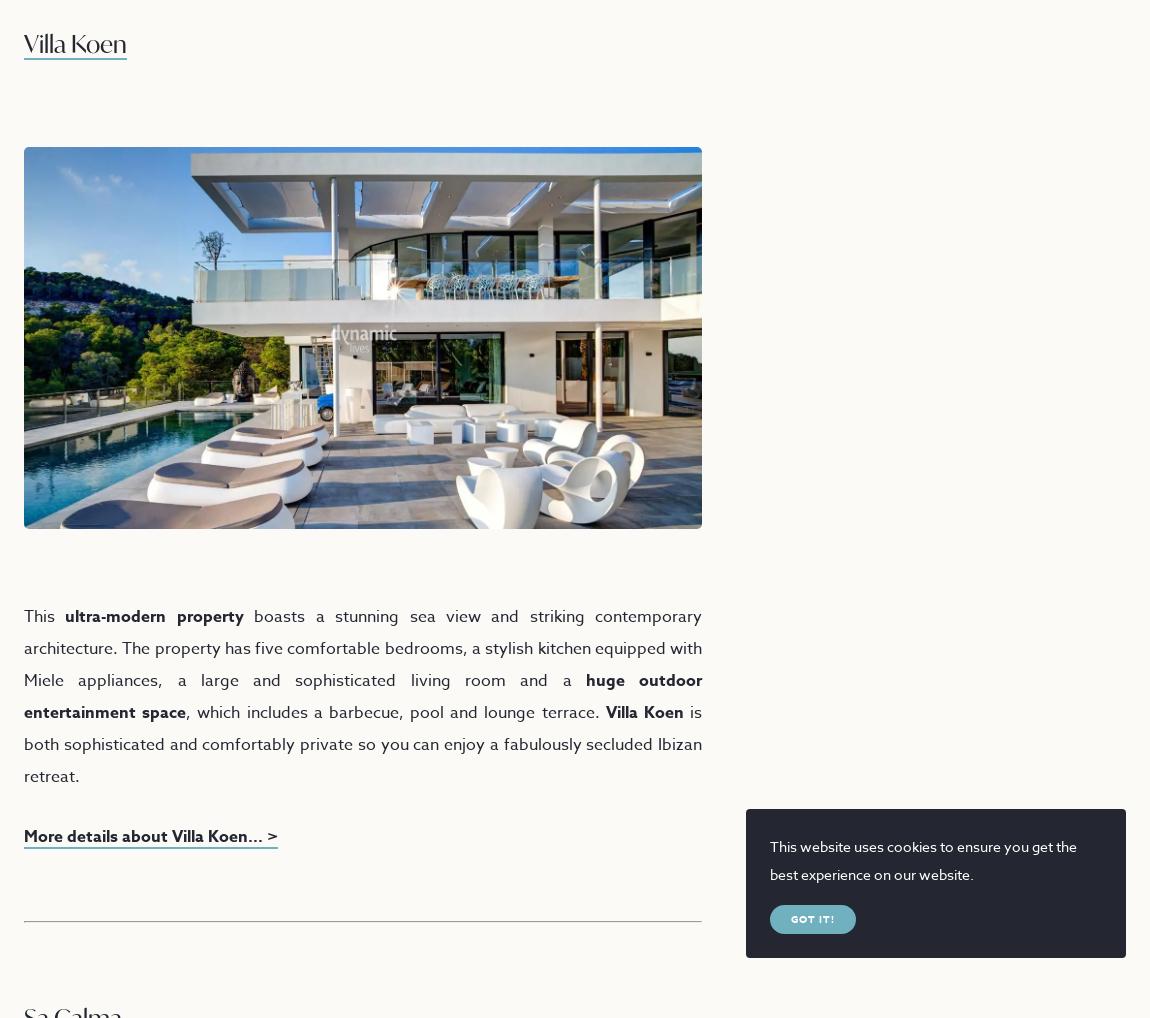 The width and height of the screenshot is (1150, 1018). Describe the element at coordinates (395, 711) in the screenshot. I see `', which includes a barbecue, pool and lounge terrace.'` at that location.